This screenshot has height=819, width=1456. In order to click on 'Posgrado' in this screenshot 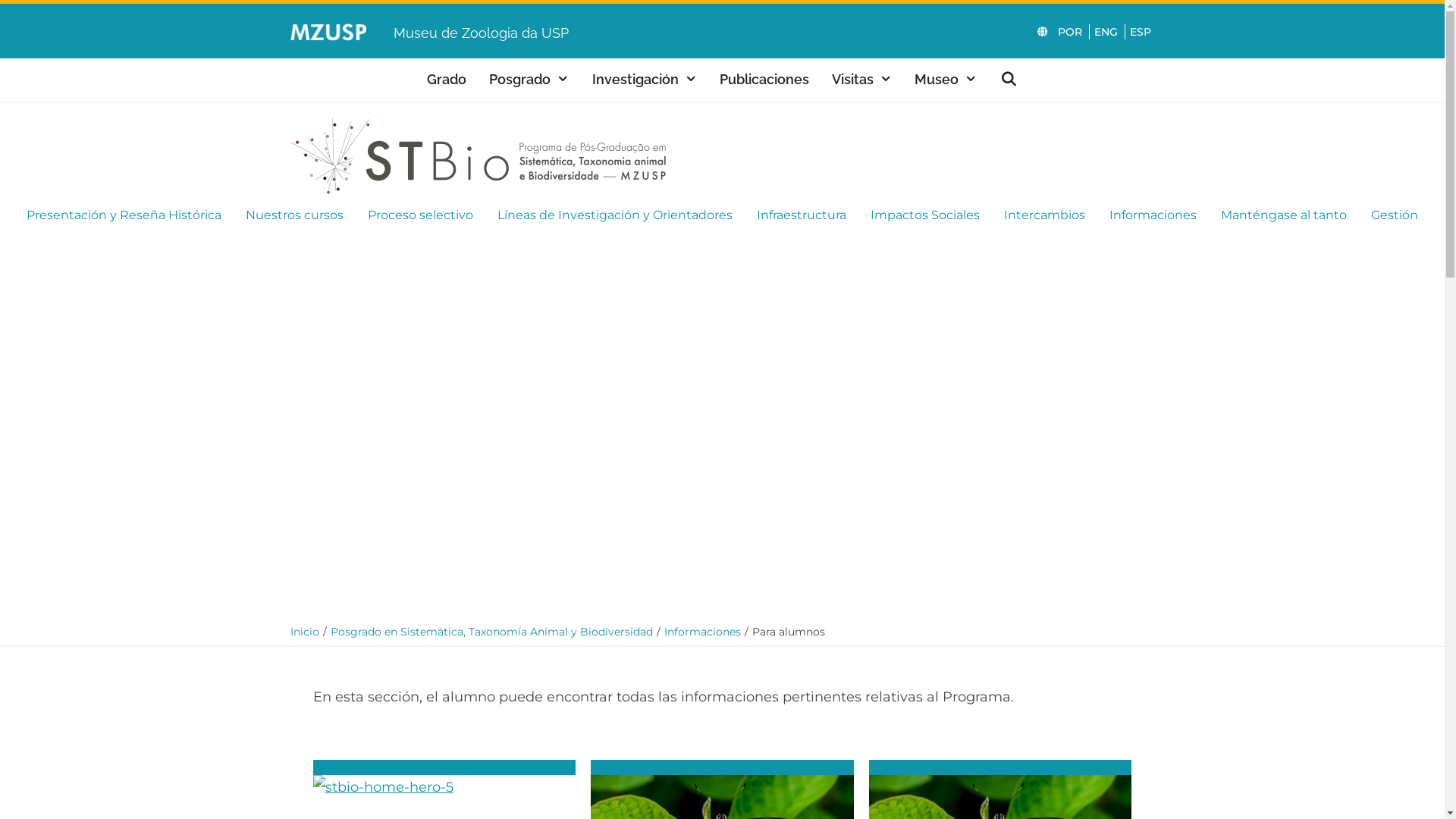, I will do `click(529, 80)`.